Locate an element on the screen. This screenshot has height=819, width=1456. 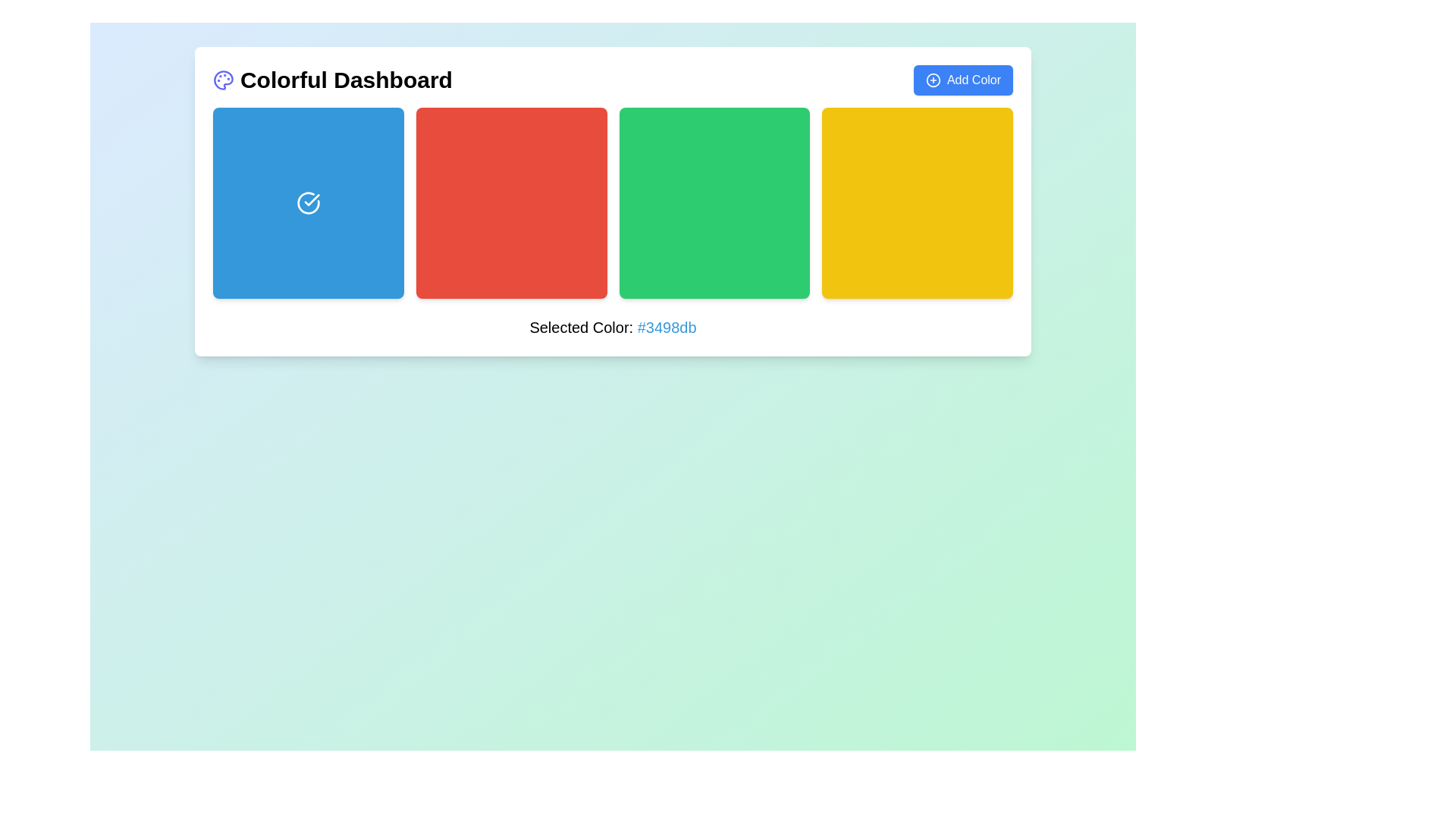
the decorative icon located at the top left corner of the card titled 'Colorful Dashboard', positioned immediately to the left of the text is located at coordinates (222, 80).